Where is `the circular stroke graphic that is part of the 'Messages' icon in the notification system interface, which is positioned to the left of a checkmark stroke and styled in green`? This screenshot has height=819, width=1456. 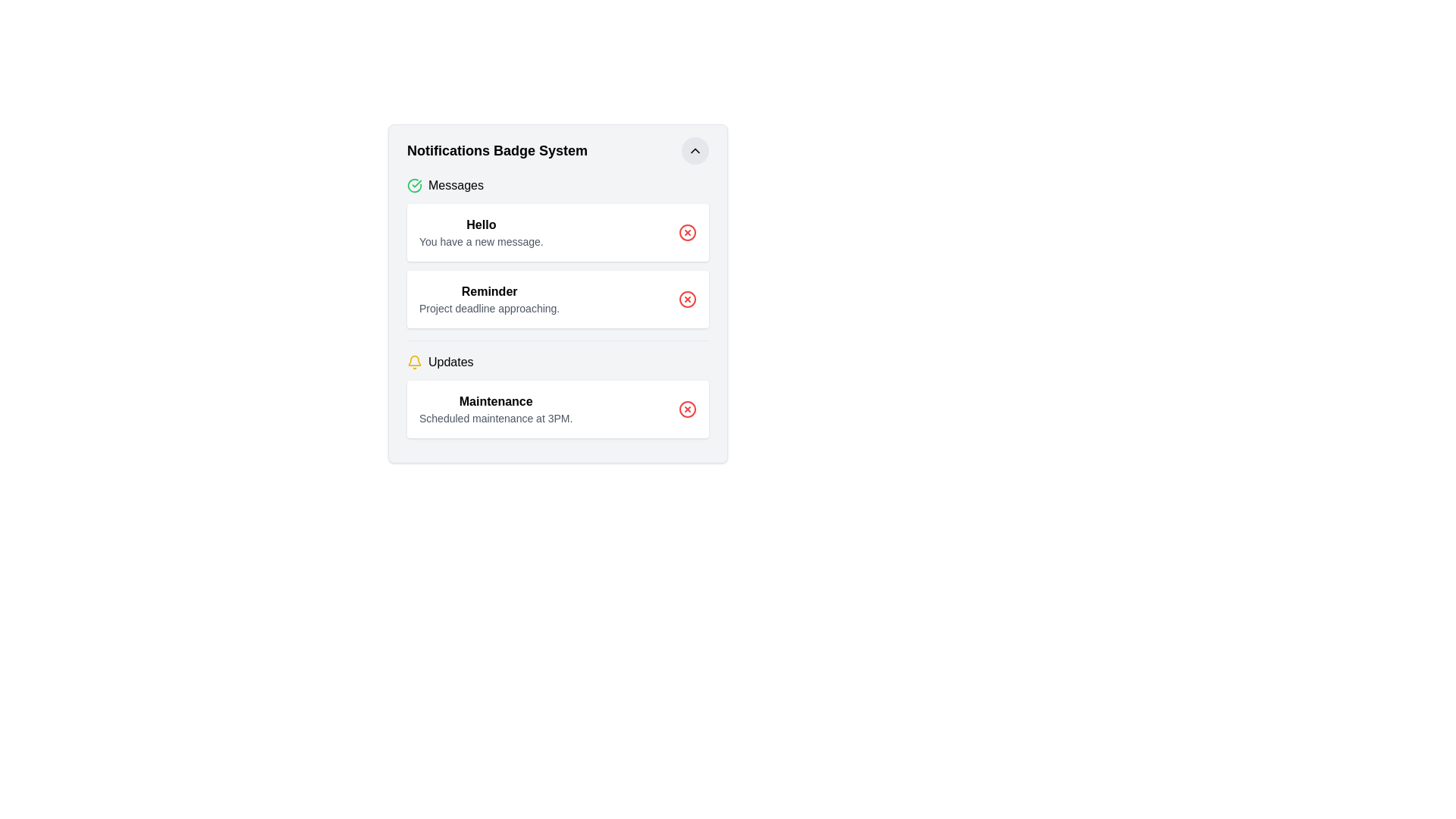
the circular stroke graphic that is part of the 'Messages' icon in the notification system interface, which is positioned to the left of a checkmark stroke and styled in green is located at coordinates (415, 185).